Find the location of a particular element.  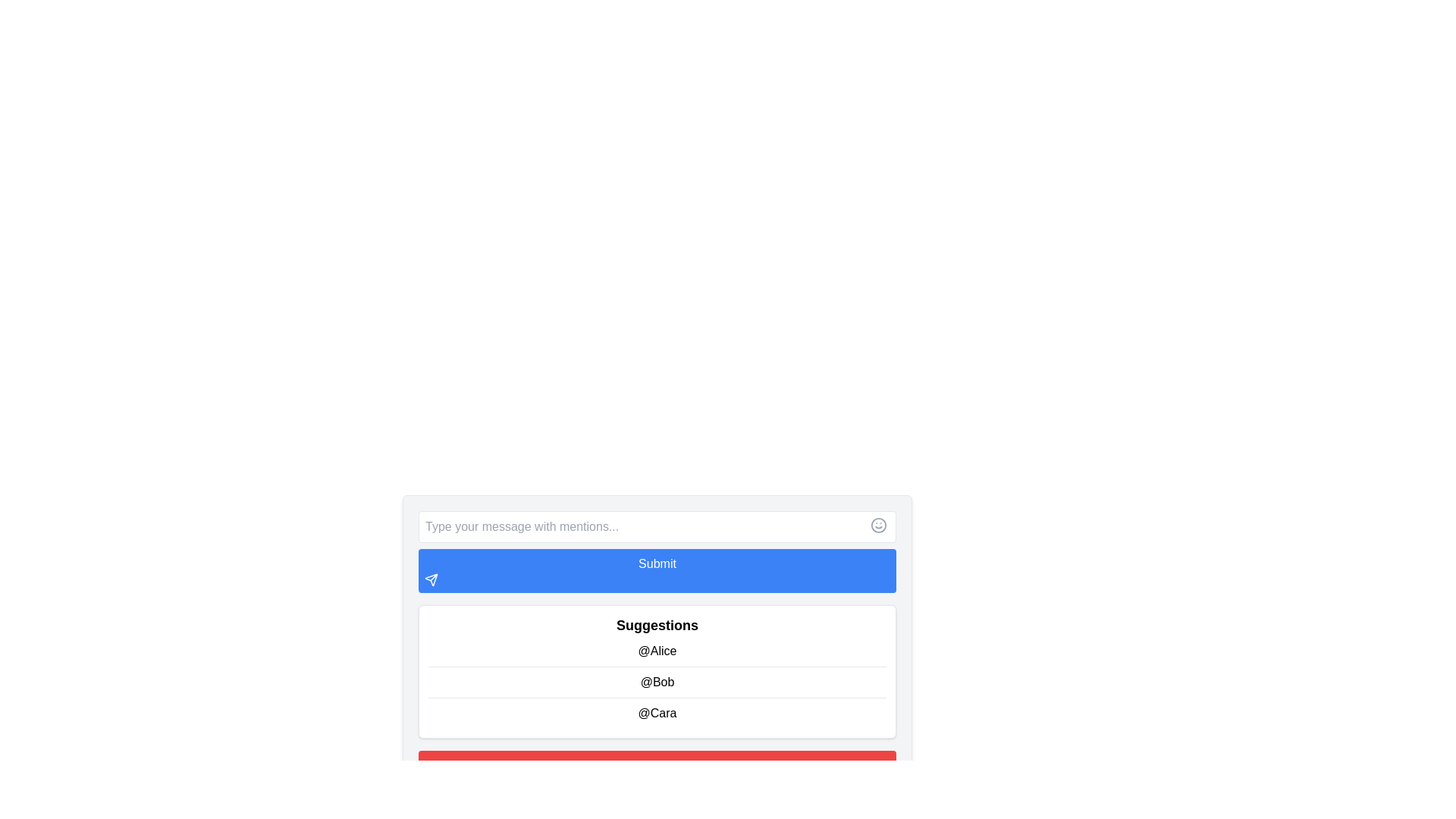

the 'Suggestions' heading element styled in large, bold font is located at coordinates (657, 626).